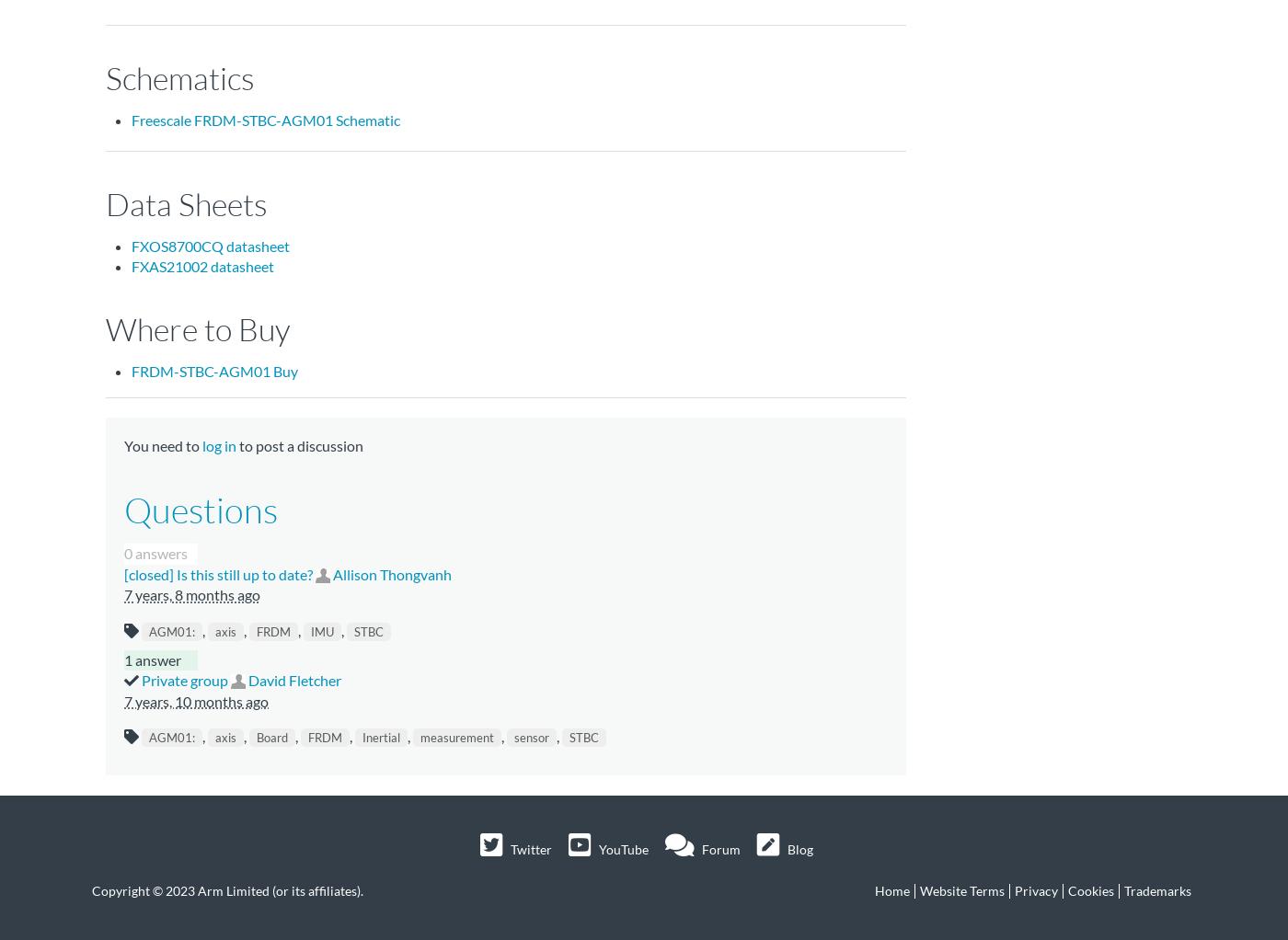 This screenshot has height=940, width=1288. I want to click on 'Home', so click(892, 888).